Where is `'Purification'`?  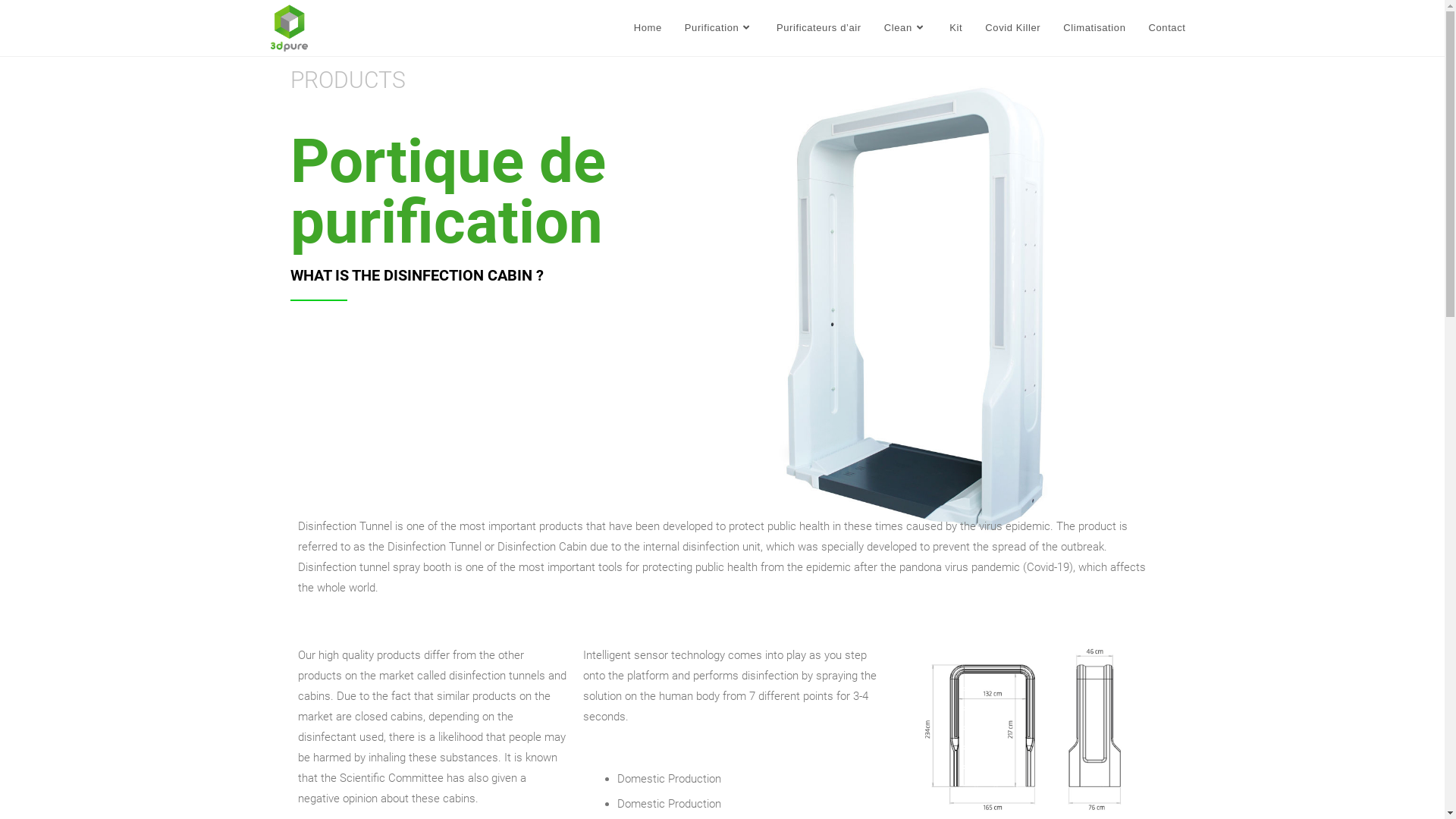
'Purification' is located at coordinates (718, 28).